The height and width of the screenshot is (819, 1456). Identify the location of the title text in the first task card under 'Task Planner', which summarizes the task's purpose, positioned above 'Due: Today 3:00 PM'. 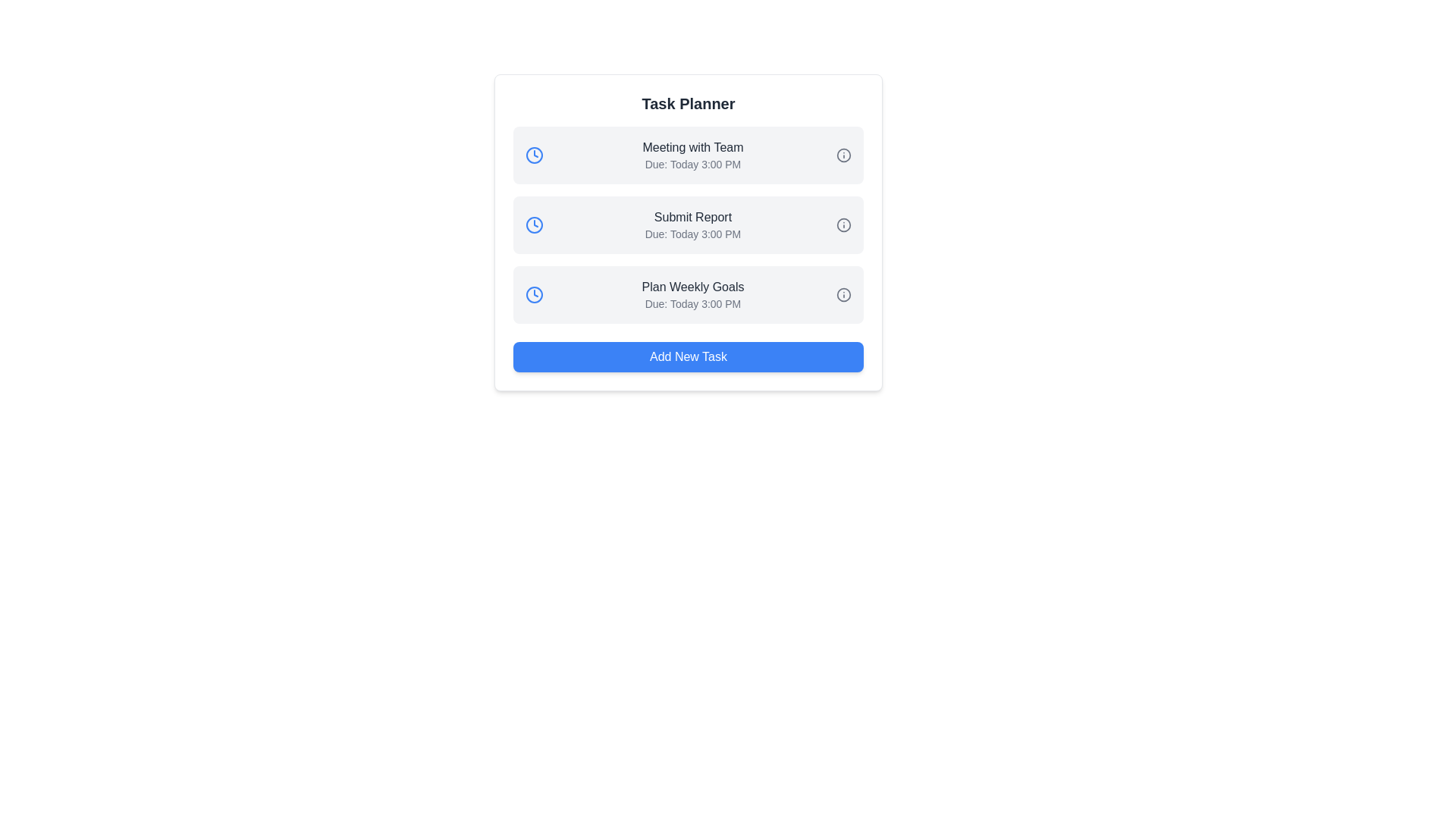
(692, 148).